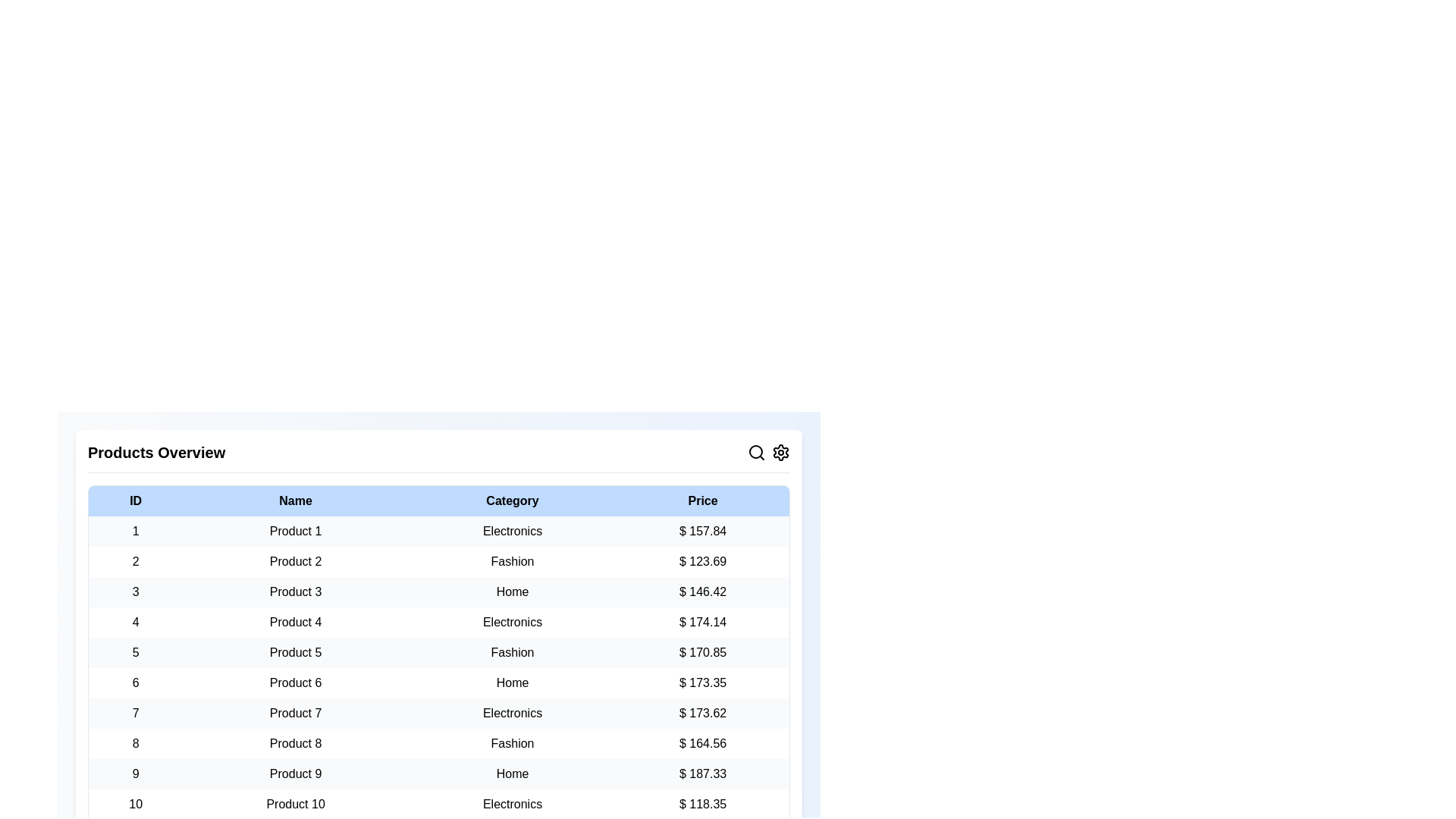  Describe the element at coordinates (701, 500) in the screenshot. I see `the column header to sort the table by Price` at that location.